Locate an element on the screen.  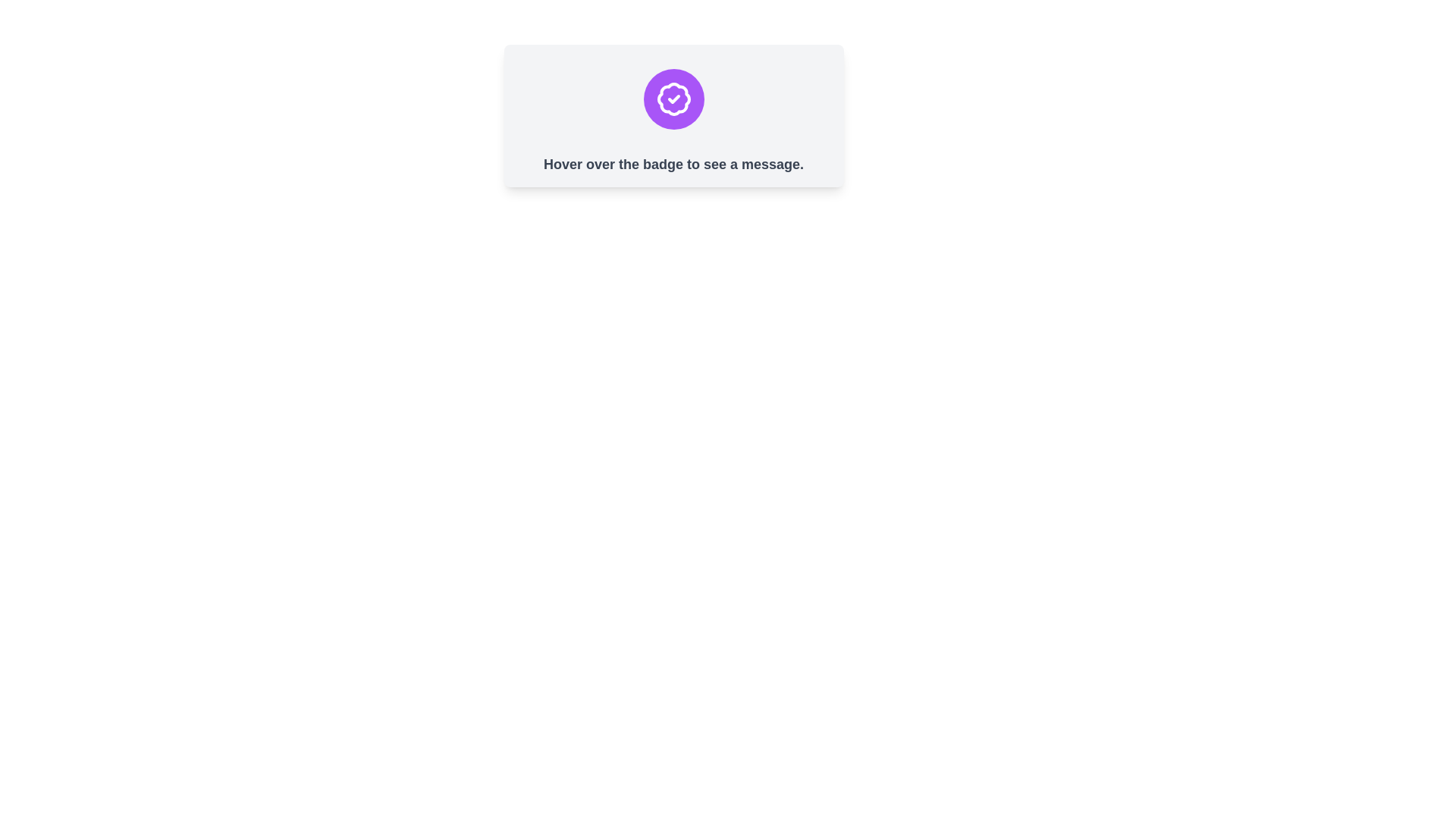
the badge check icon, which is located at the center of a circular purple button on a card component is located at coordinates (673, 99).